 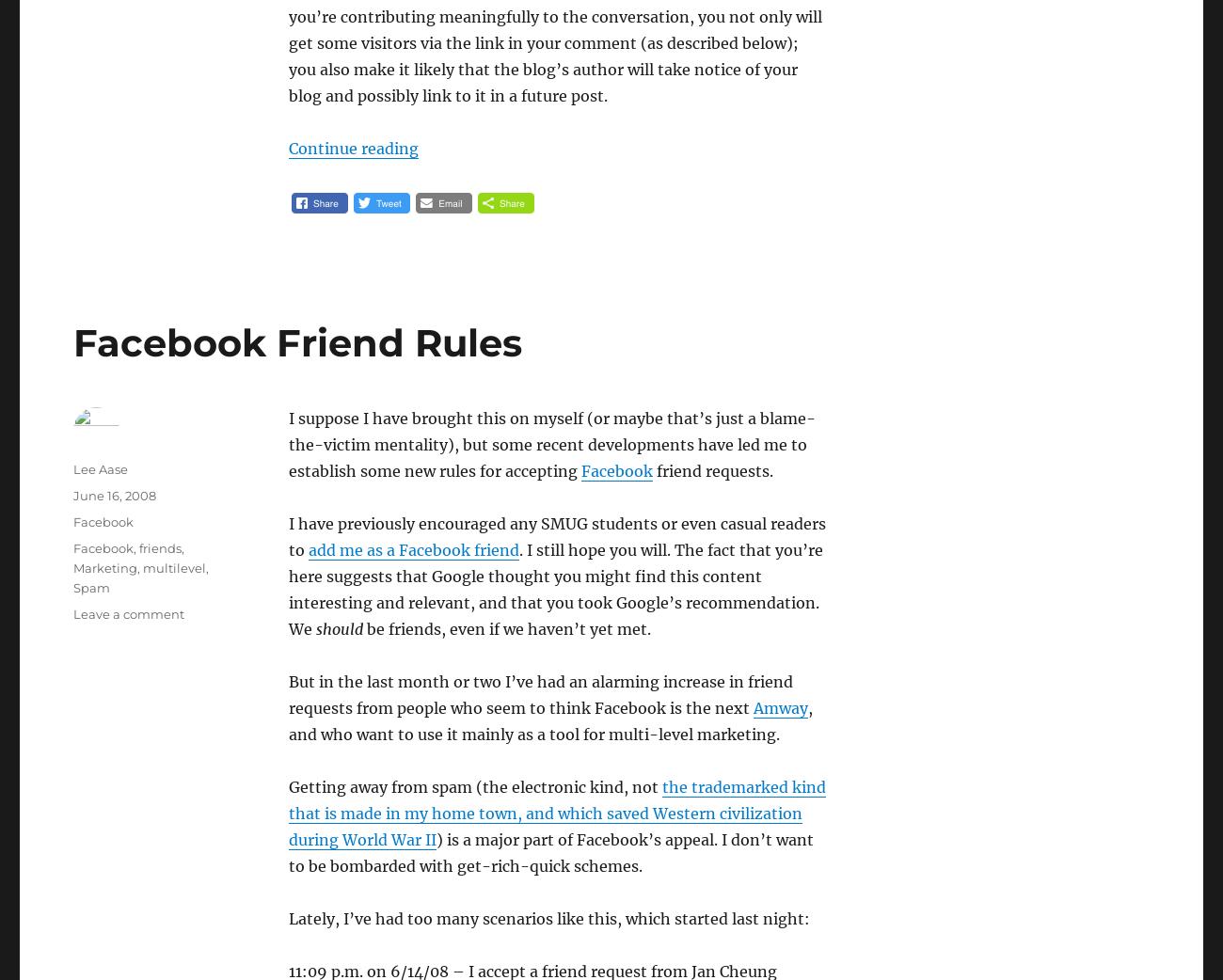 I want to click on 'Marketing', so click(x=104, y=567).